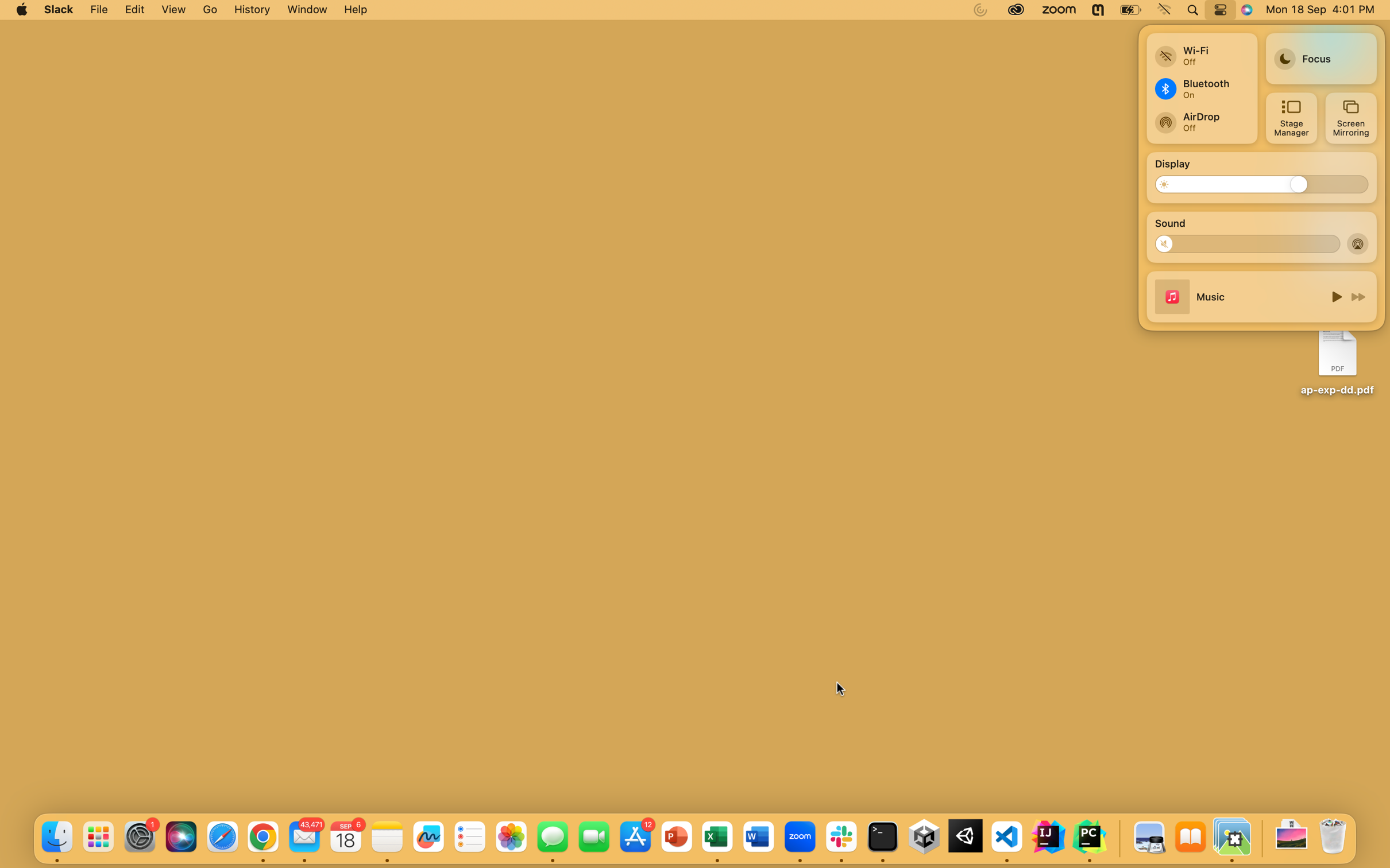 The image size is (1390, 868). I want to click on the currently playing music, so click(1334, 296).